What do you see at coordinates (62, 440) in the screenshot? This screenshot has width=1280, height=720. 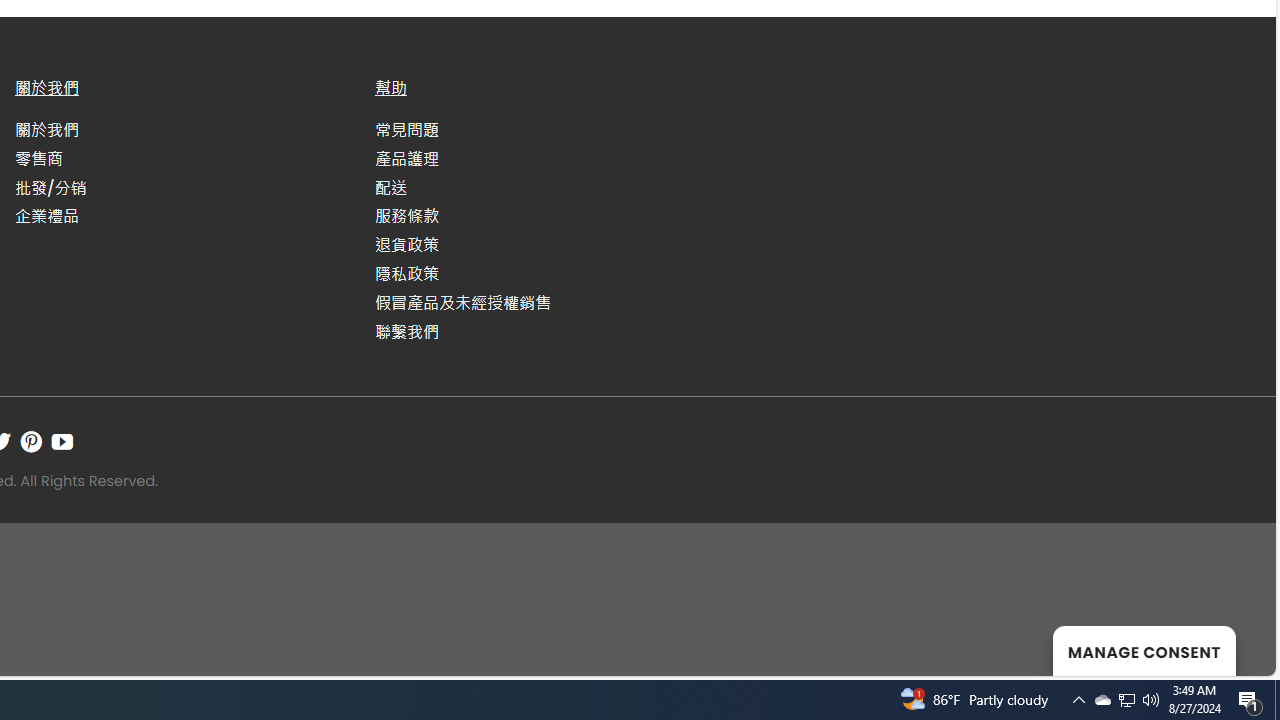 I see `'Follow on YouTube'` at bounding box center [62, 440].